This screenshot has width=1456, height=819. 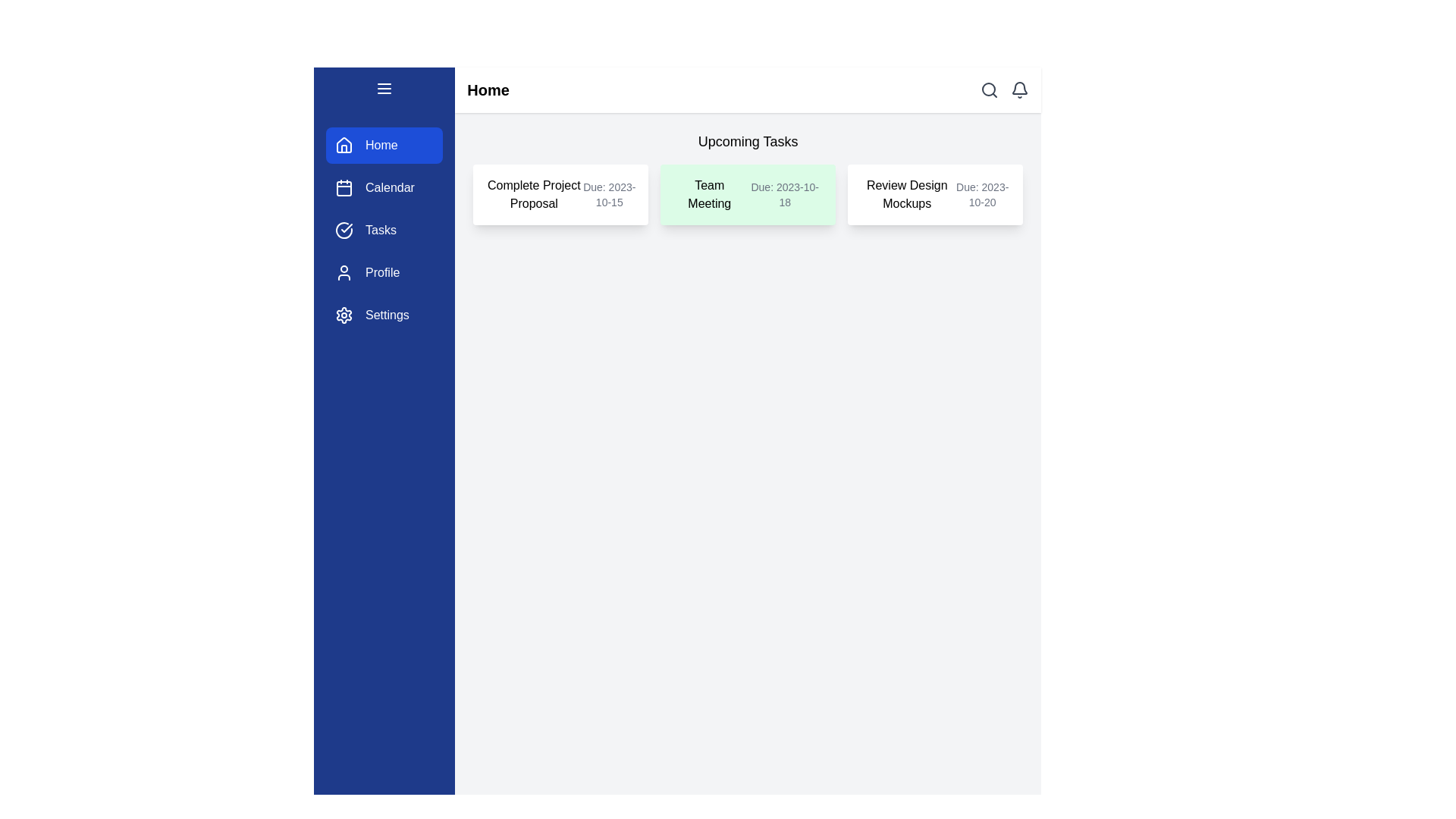 What do you see at coordinates (344, 145) in the screenshot?
I see `the house icon located in the left sidebar, which is styled with a minimalist design and represents the active 'Home' menu item` at bounding box center [344, 145].